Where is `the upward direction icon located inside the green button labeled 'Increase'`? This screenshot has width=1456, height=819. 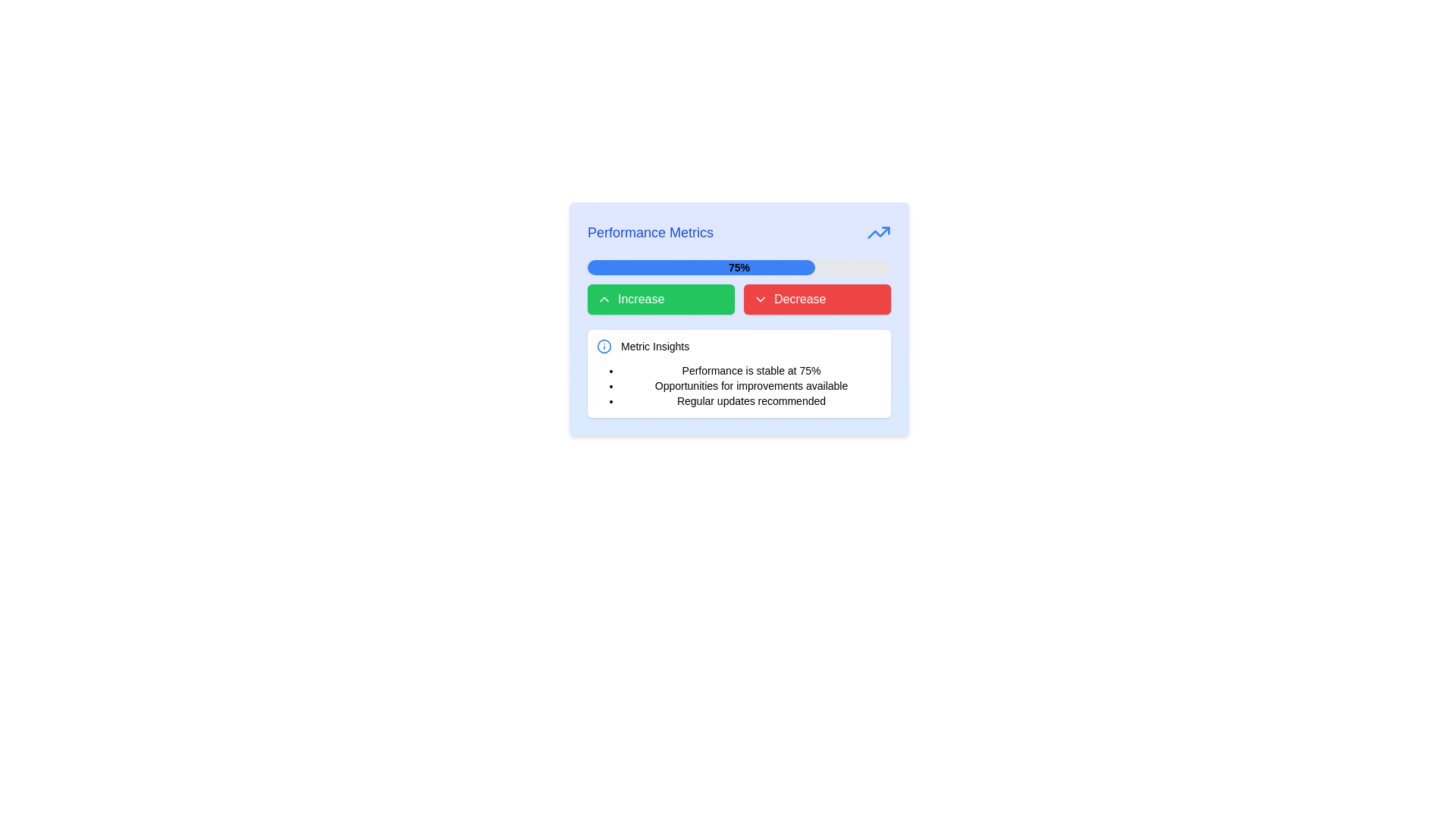
the upward direction icon located inside the green button labeled 'Increase' is located at coordinates (603, 299).